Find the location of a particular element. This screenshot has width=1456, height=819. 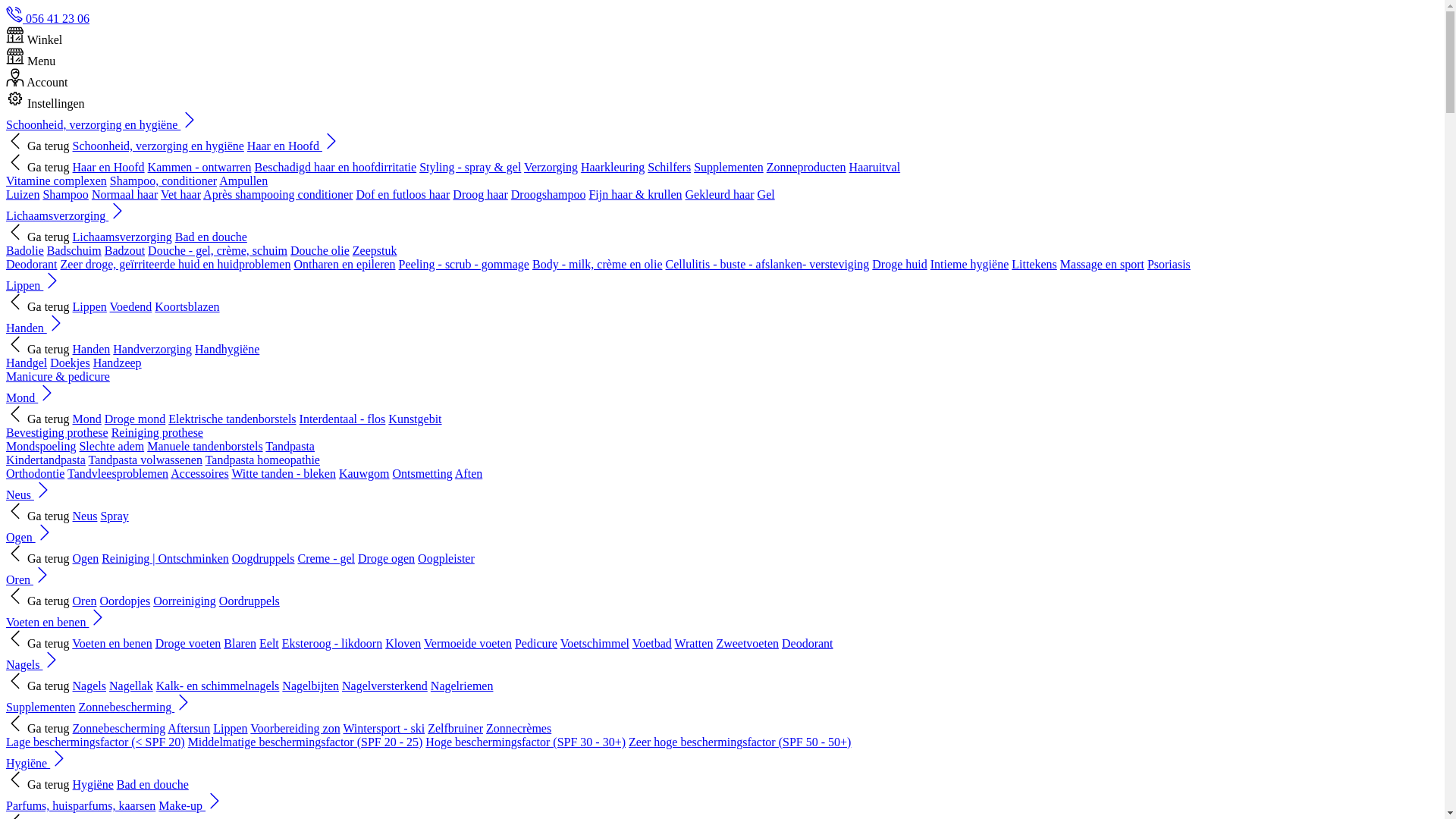

'Mond' is located at coordinates (72, 419).